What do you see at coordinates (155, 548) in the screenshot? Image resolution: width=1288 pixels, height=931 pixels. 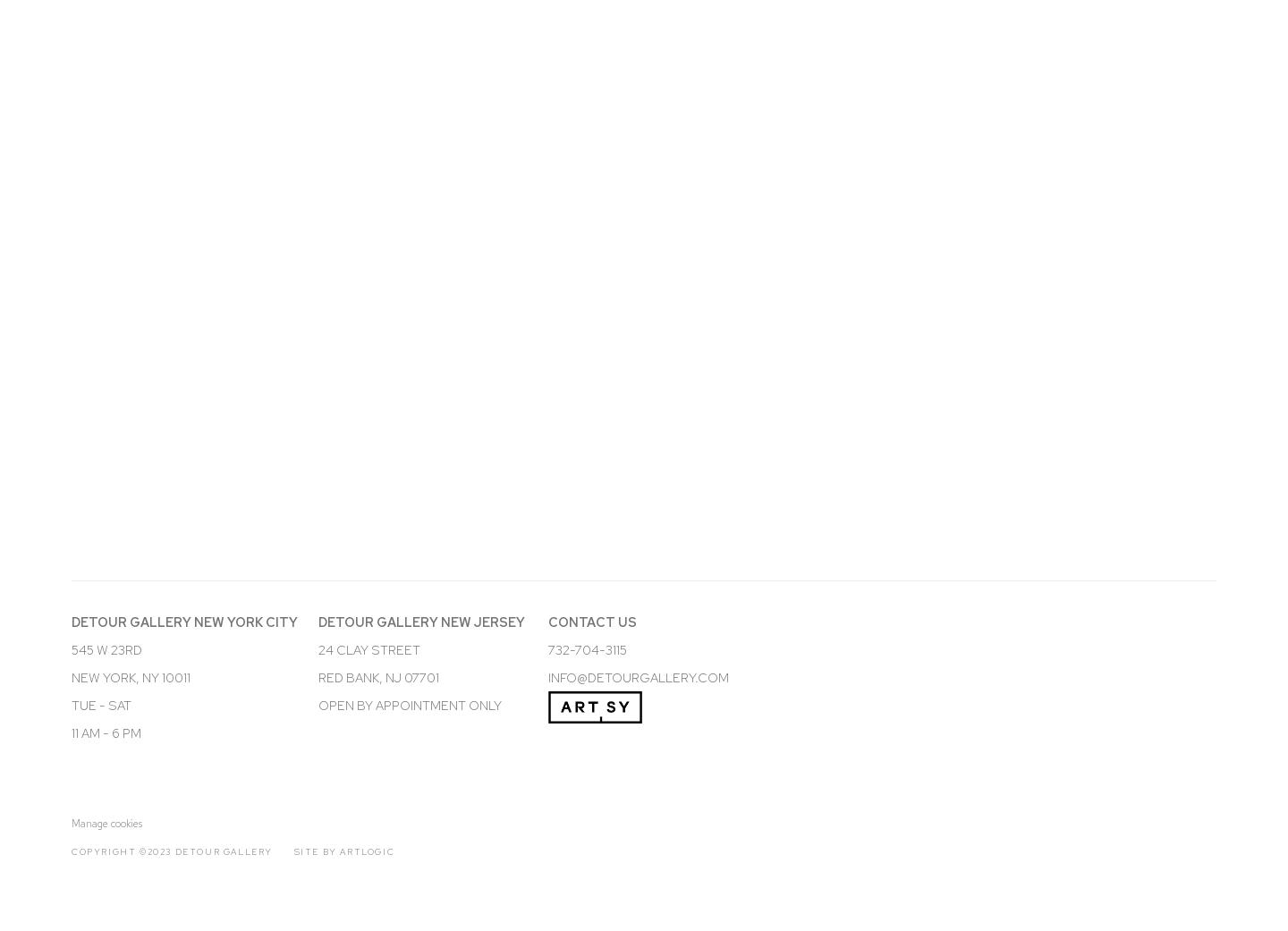 I see `'Samual Weinberg'` at bounding box center [155, 548].